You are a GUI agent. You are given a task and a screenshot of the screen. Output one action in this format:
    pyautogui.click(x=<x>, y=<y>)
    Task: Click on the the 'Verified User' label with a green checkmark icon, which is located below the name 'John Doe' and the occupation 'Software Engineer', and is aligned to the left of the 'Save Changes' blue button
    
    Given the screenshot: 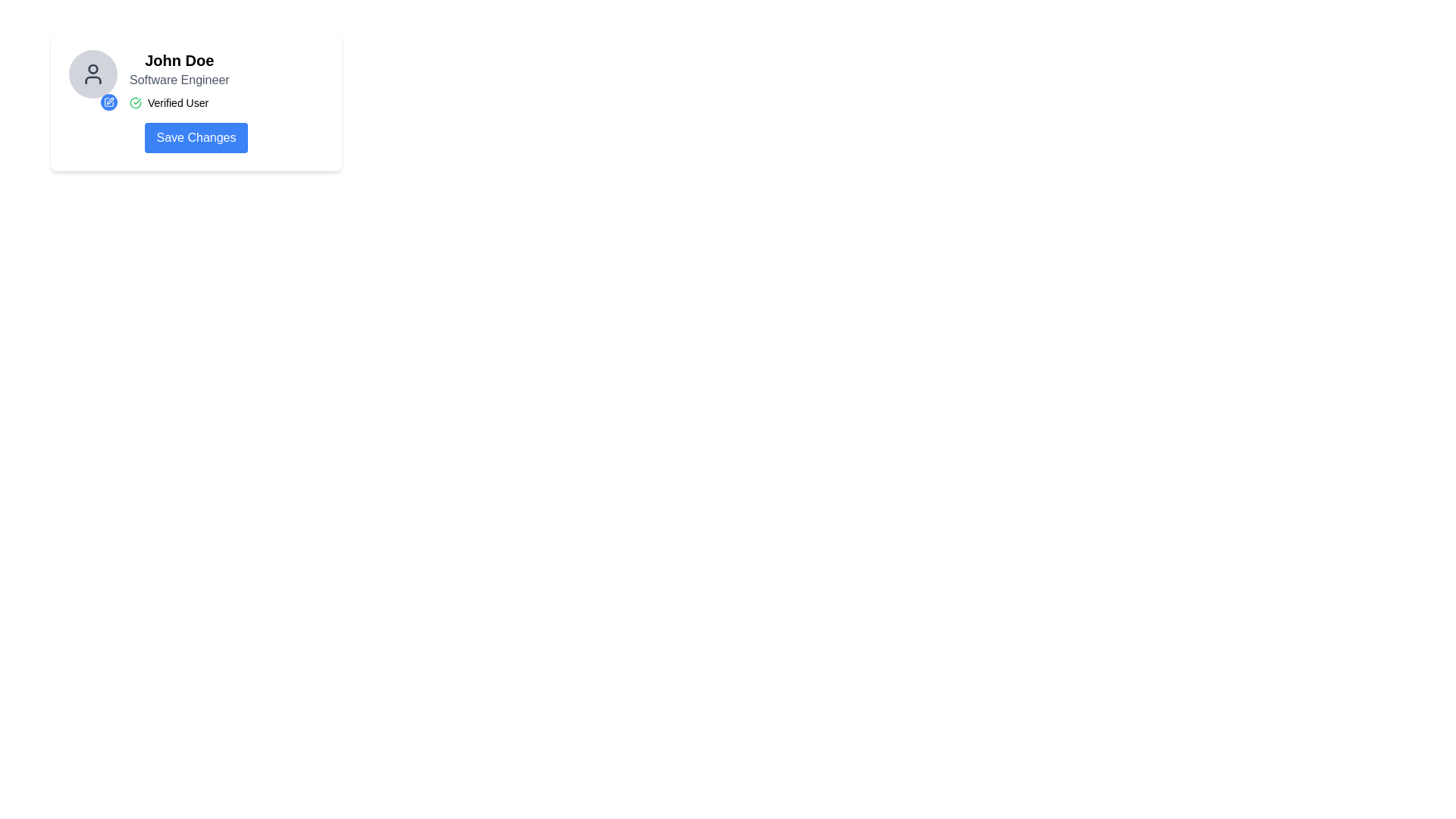 What is the action you would take?
    pyautogui.click(x=179, y=102)
    